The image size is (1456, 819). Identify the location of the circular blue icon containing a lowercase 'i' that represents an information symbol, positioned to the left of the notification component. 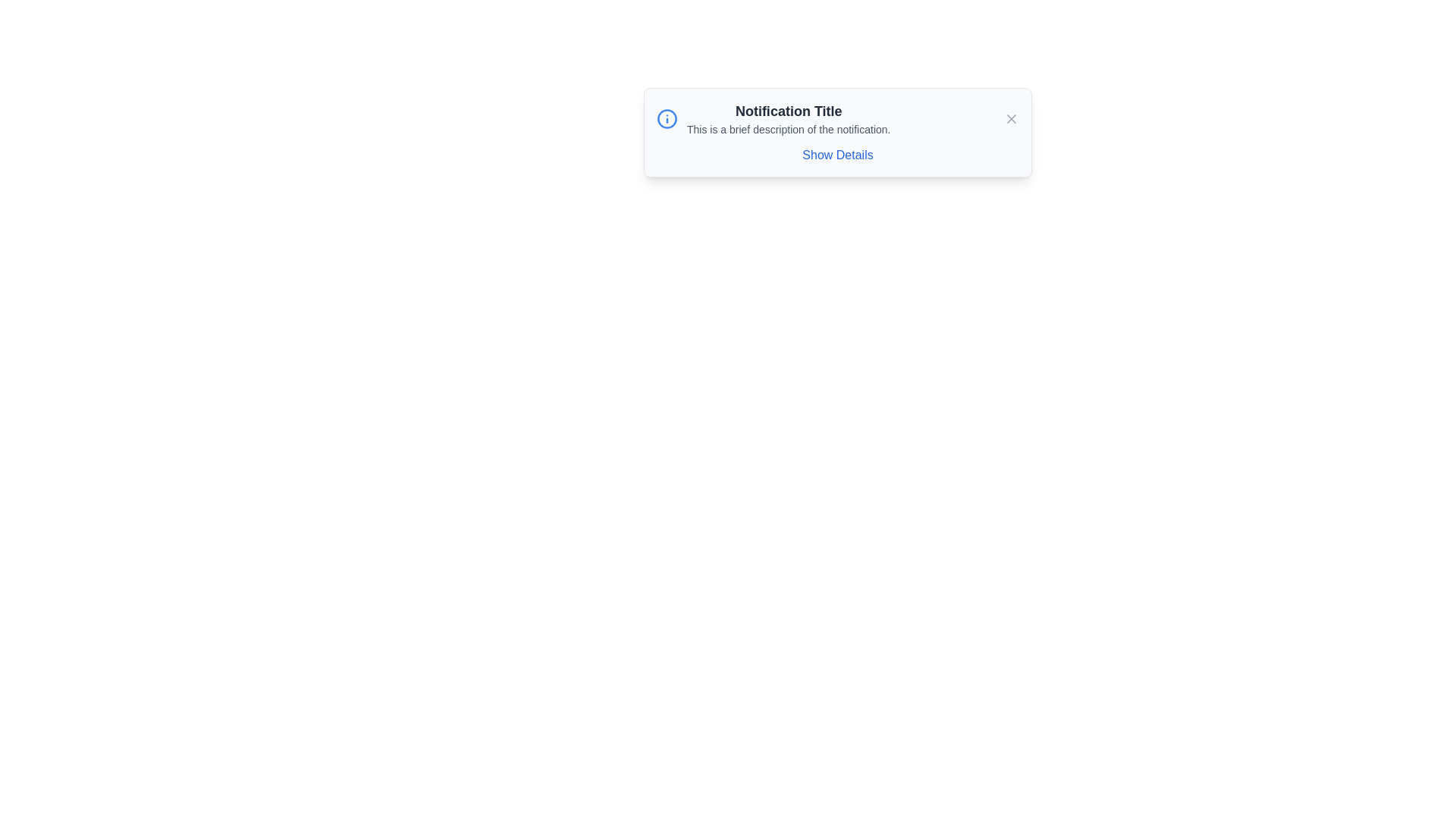
(667, 118).